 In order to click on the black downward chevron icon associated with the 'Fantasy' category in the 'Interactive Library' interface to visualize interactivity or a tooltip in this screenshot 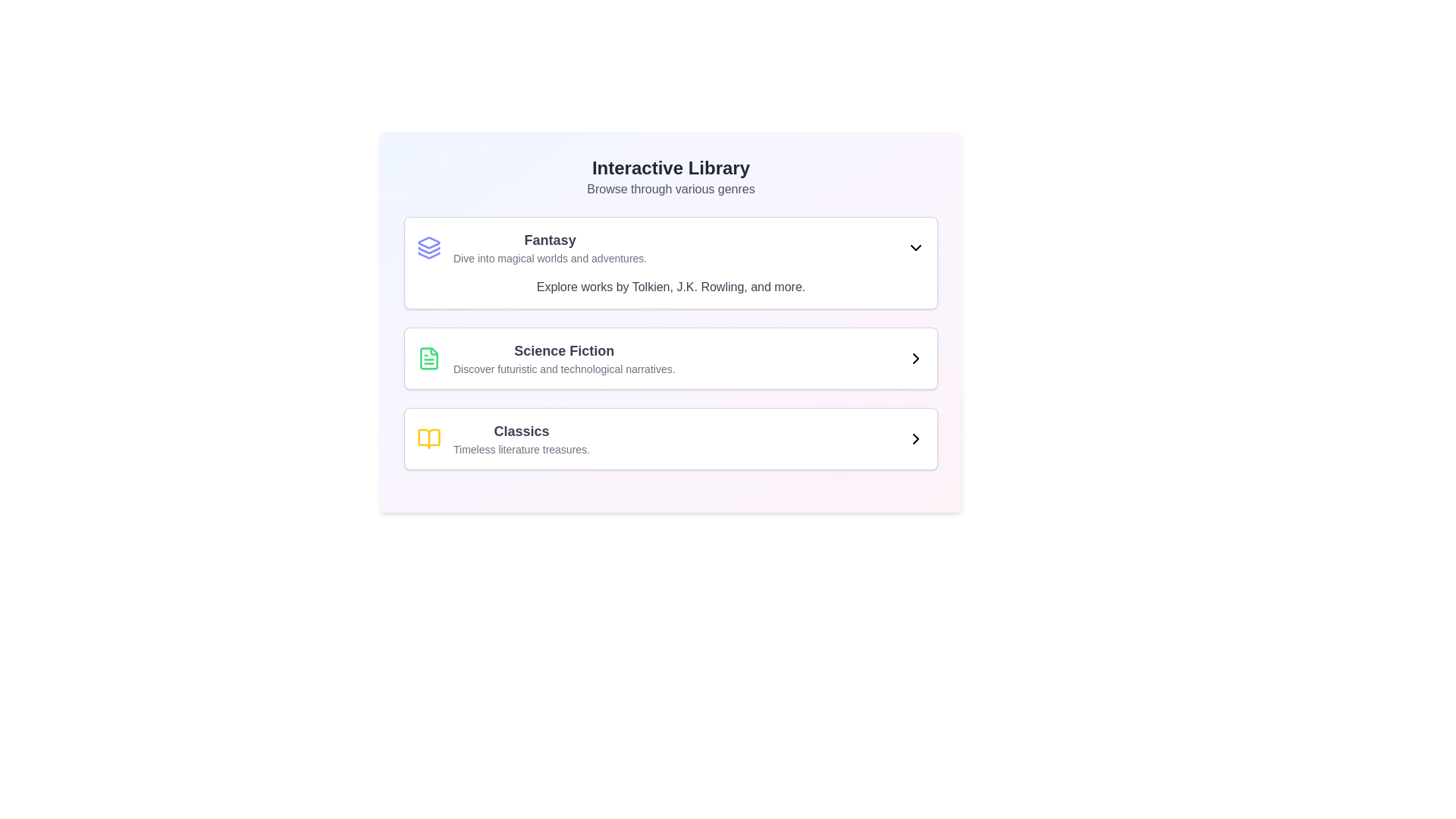, I will do `click(915, 247)`.